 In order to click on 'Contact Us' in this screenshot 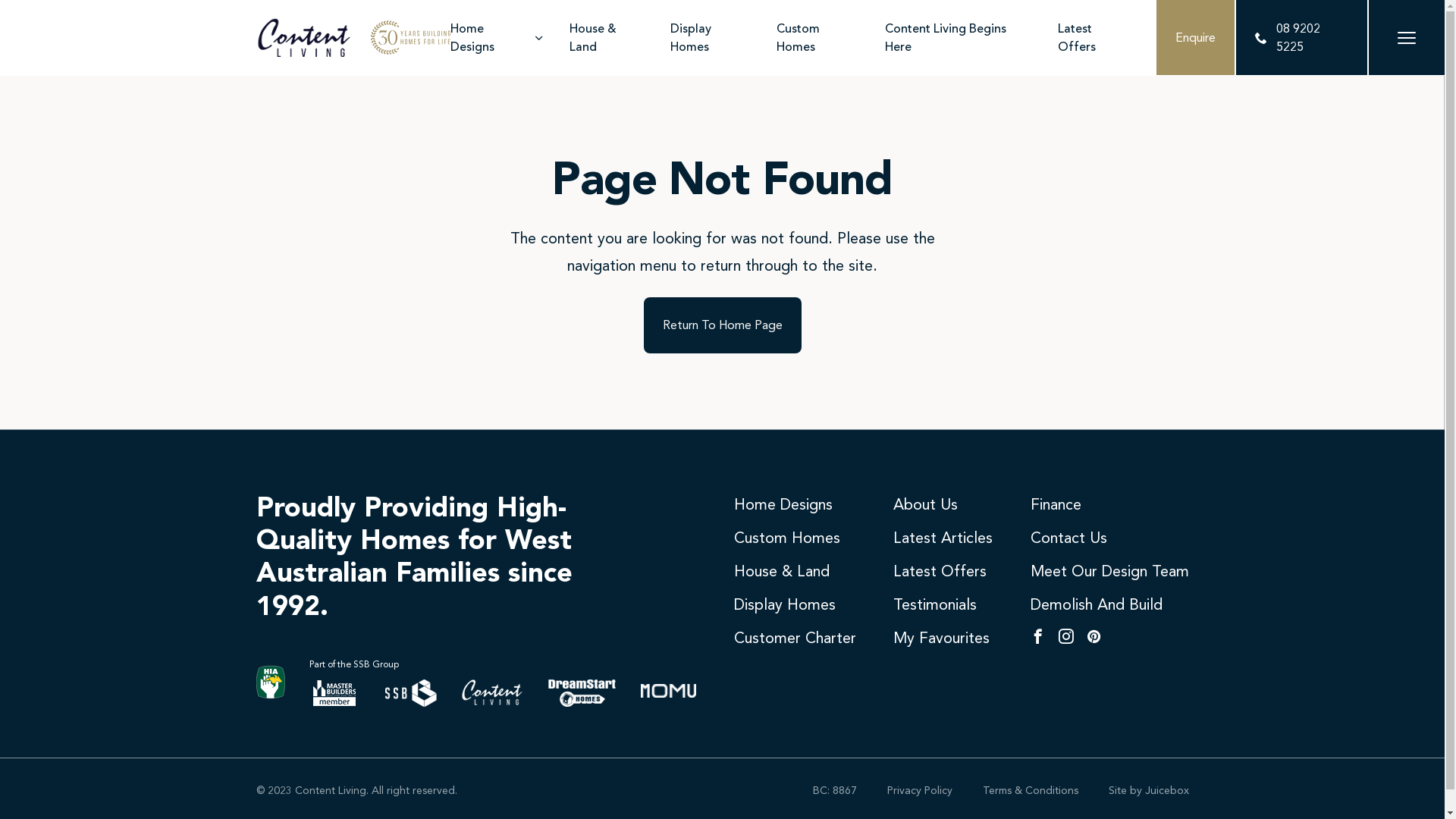, I will do `click(1030, 537)`.